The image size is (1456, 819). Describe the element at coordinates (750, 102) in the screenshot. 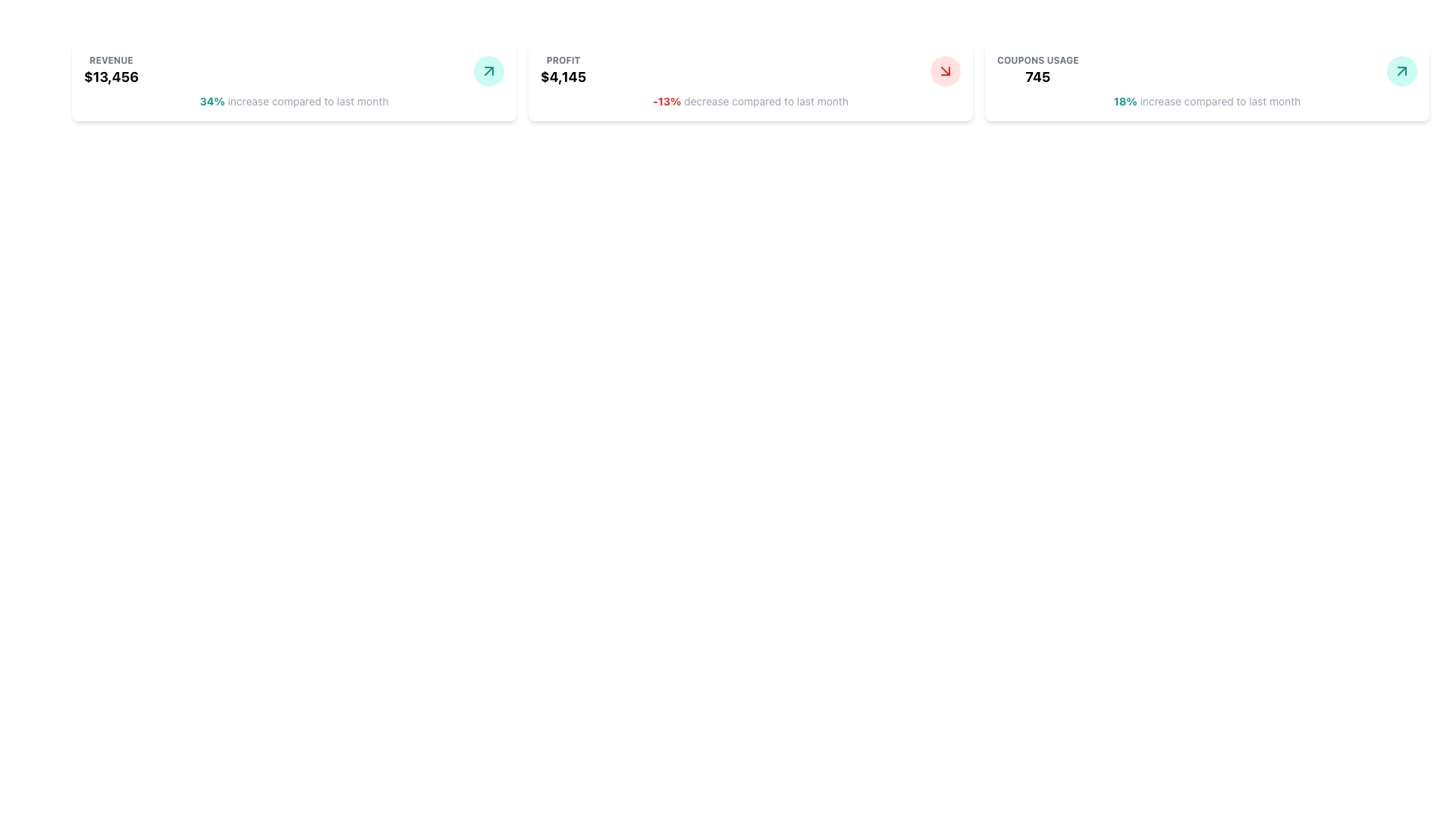

I see `information from the Text Label indicating a negative change in performance, which is located below the main numeric value '$4,145' in the 'Profit' card` at that location.